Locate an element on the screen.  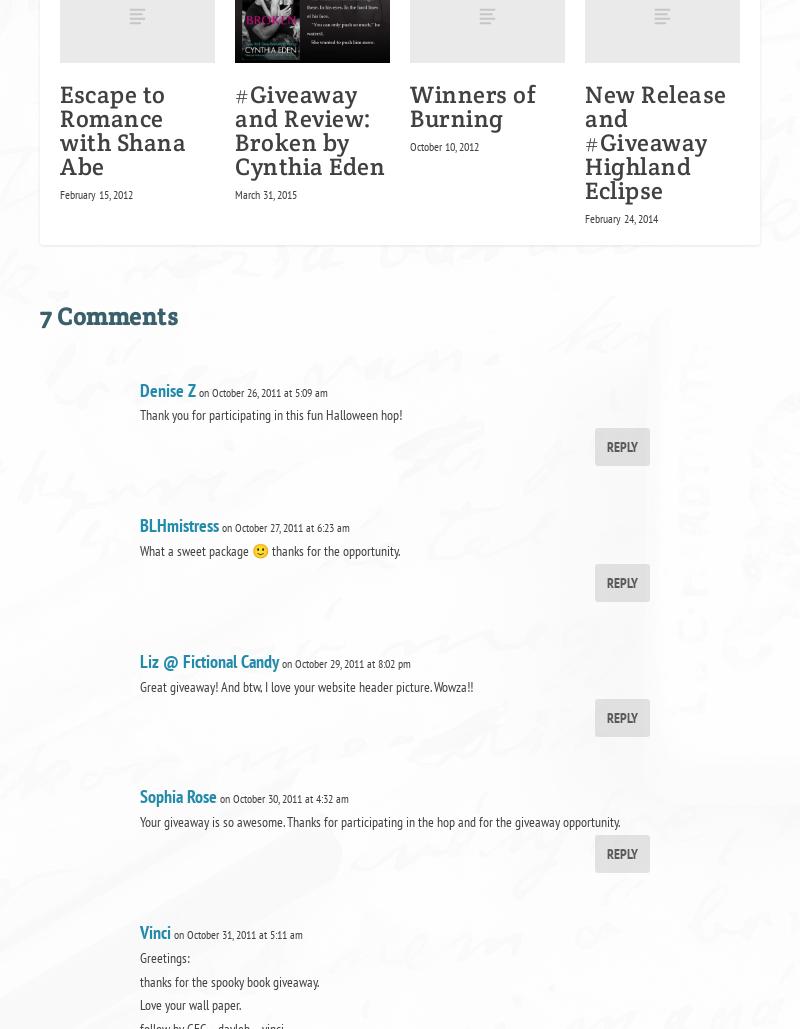
'February 24, 2014' is located at coordinates (621, 217).